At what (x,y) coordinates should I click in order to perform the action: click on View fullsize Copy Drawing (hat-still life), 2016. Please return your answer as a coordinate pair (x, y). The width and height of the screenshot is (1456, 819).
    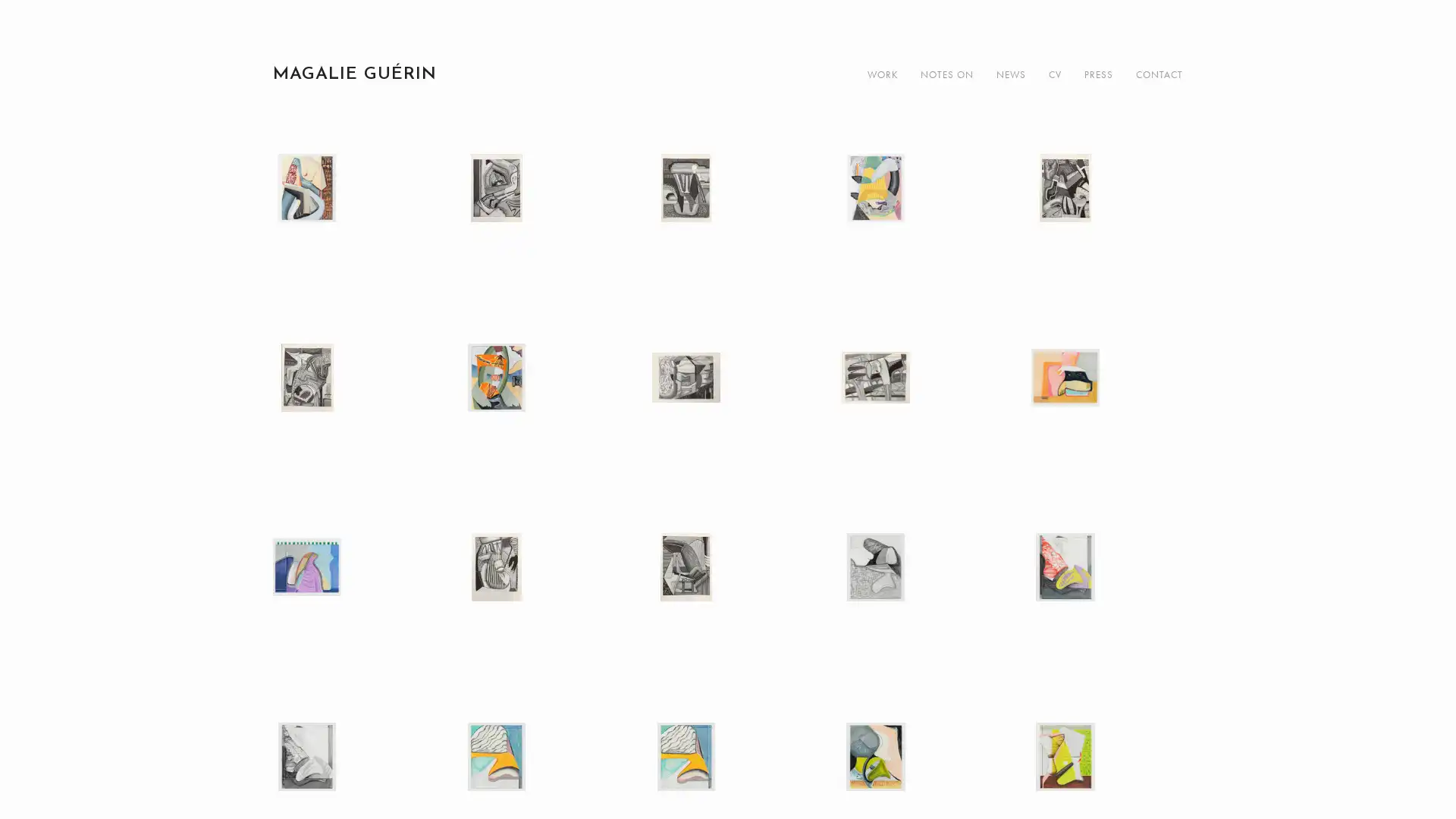
    Looking at the image, I should click on (348, 607).